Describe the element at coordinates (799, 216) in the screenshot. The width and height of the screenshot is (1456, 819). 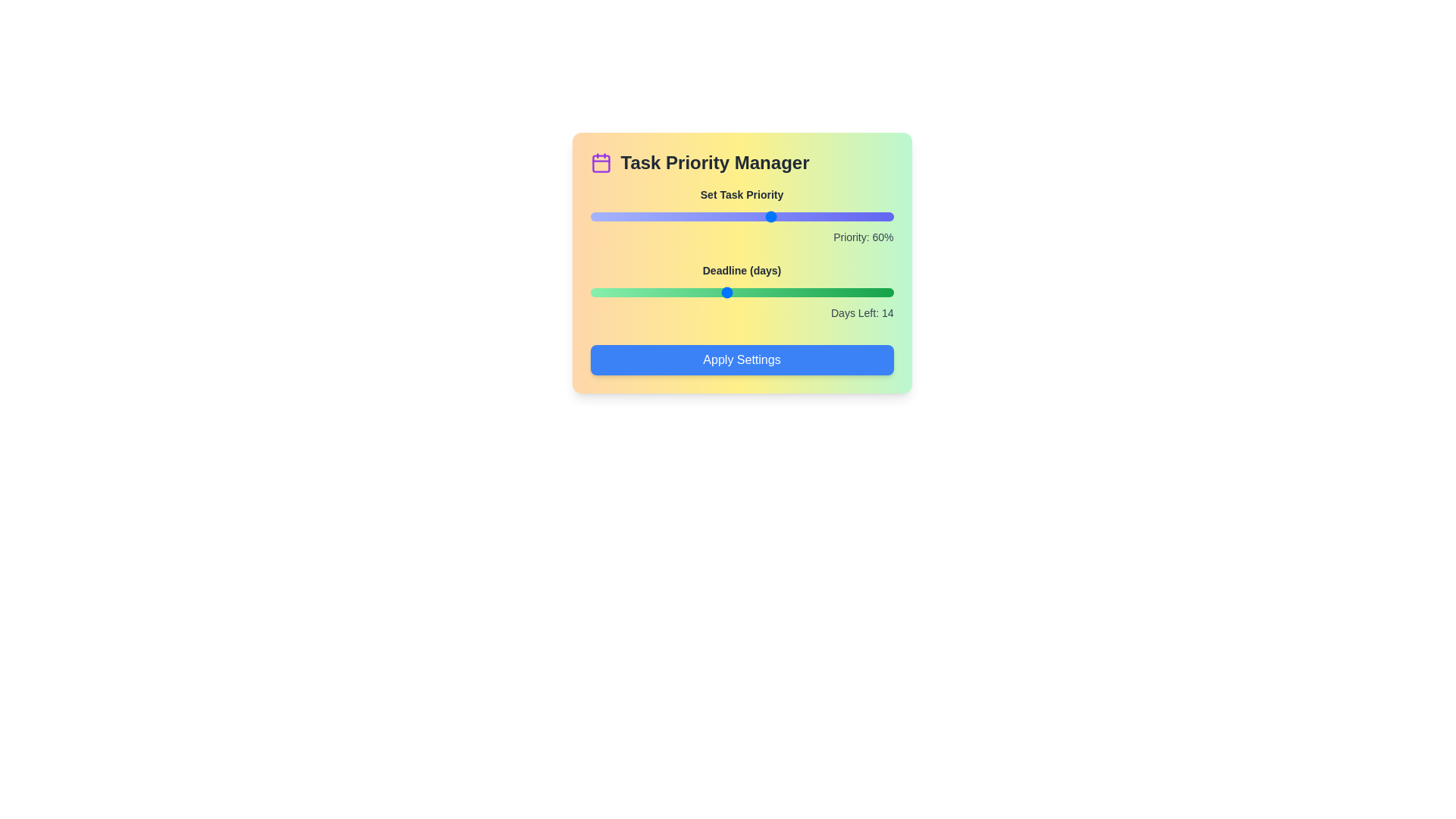
I see `the task priority slider to set the priority to 69%` at that location.